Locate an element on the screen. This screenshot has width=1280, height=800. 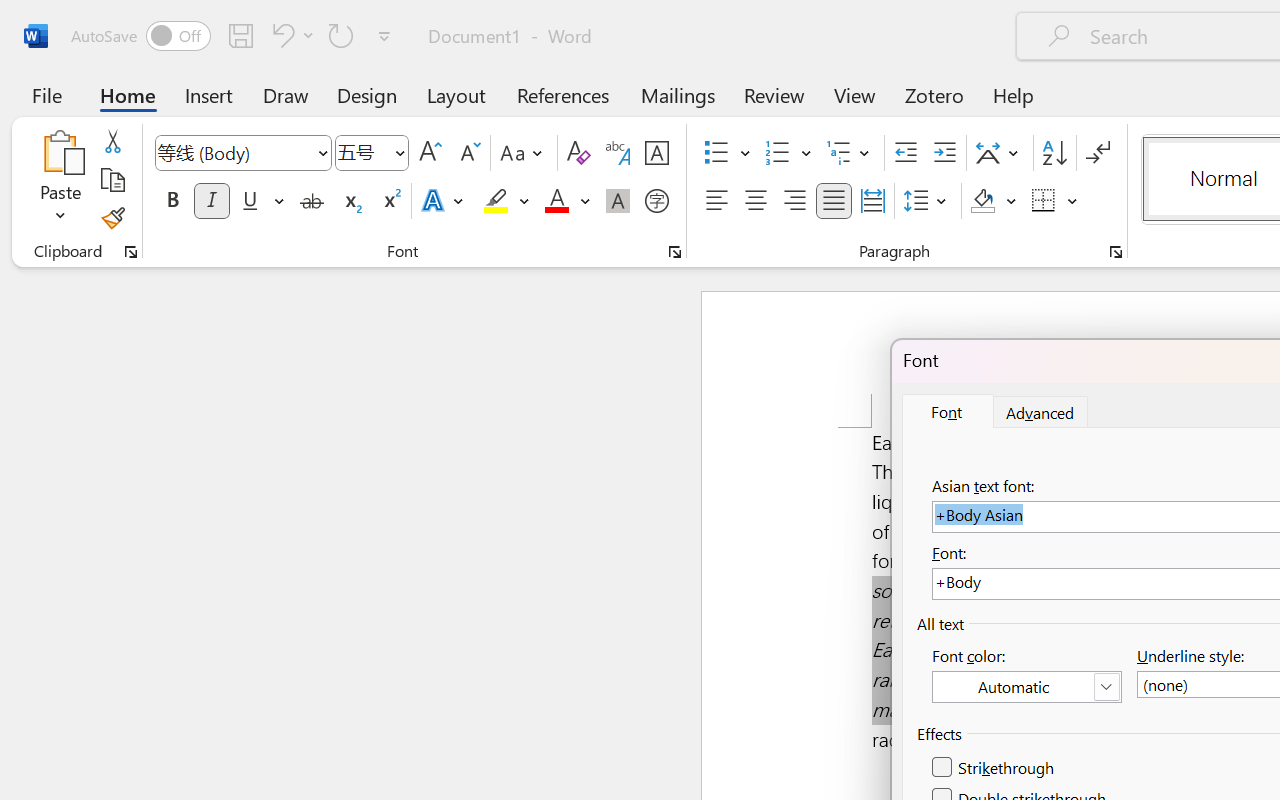
'Format Painter' is located at coordinates (111, 218).